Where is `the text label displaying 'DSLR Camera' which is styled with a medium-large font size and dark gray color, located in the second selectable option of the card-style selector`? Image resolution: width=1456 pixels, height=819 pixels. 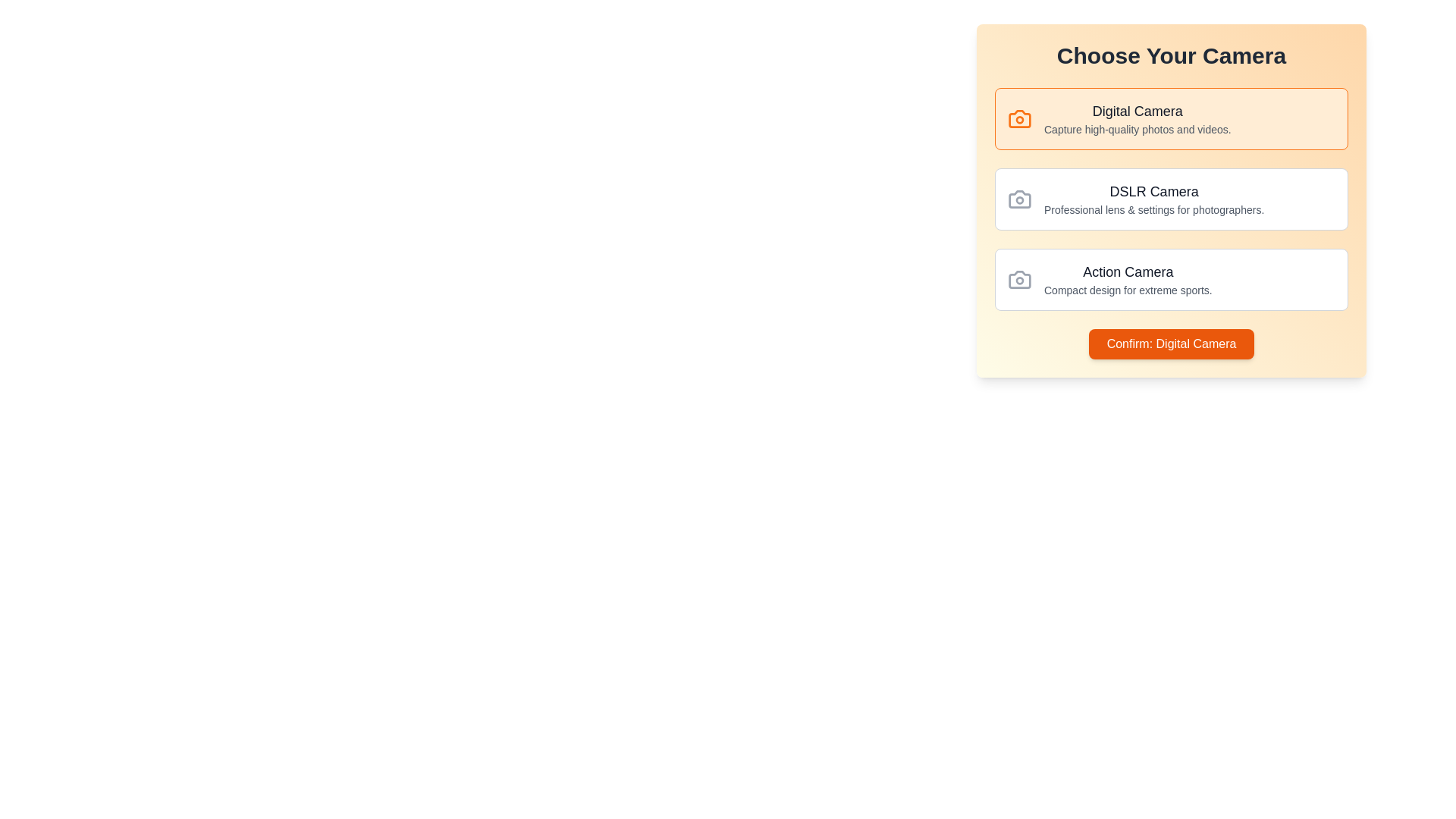
the text label displaying 'DSLR Camera' which is styled with a medium-large font size and dark gray color, located in the second selectable option of the card-style selector is located at coordinates (1153, 191).